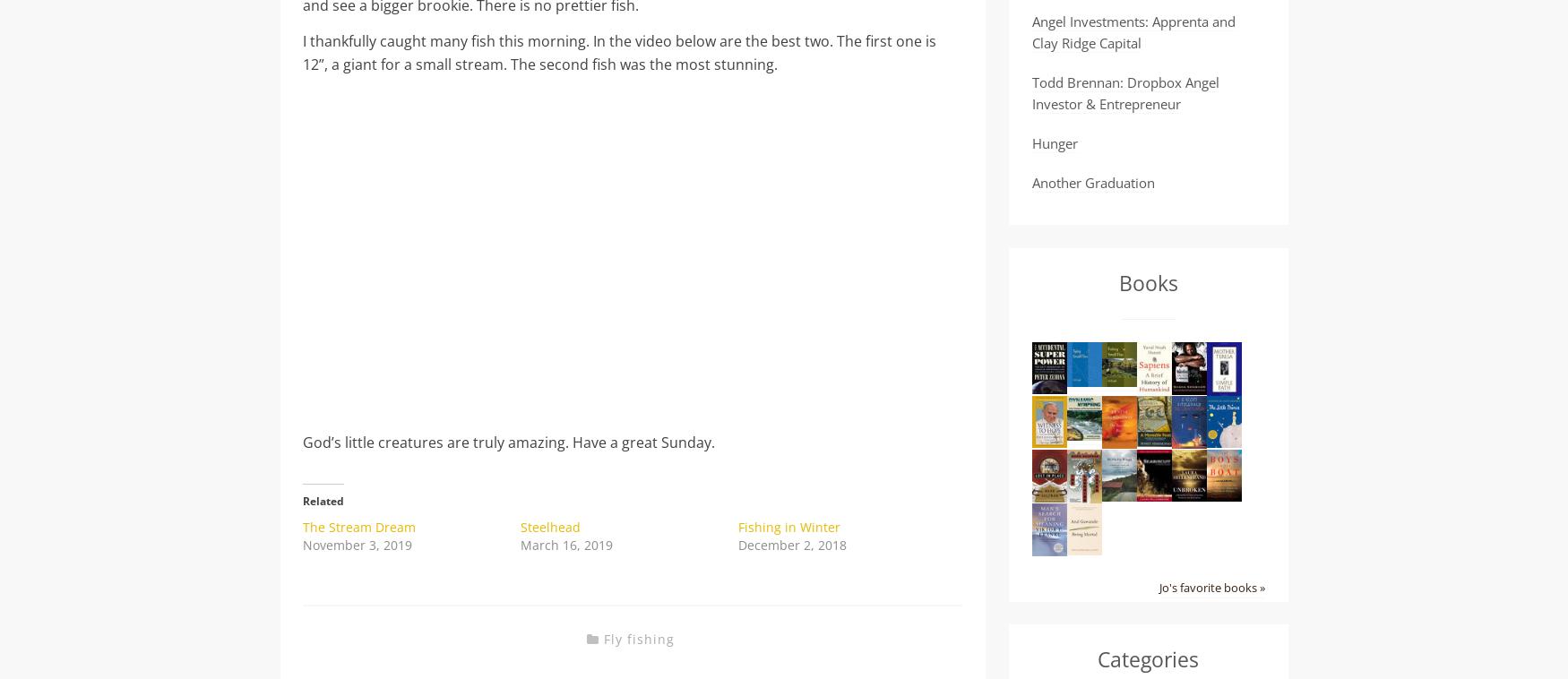  What do you see at coordinates (638, 638) in the screenshot?
I see `'Fly fishing'` at bounding box center [638, 638].